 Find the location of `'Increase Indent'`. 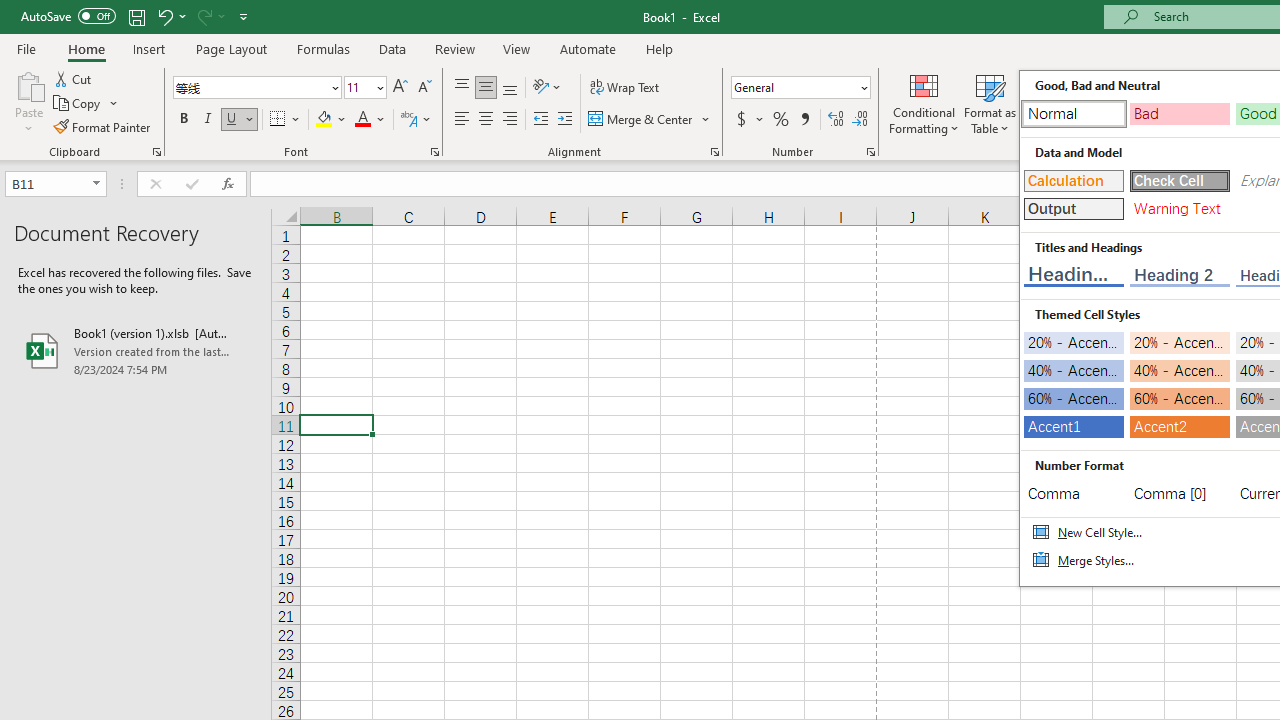

'Increase Indent' is located at coordinates (564, 119).